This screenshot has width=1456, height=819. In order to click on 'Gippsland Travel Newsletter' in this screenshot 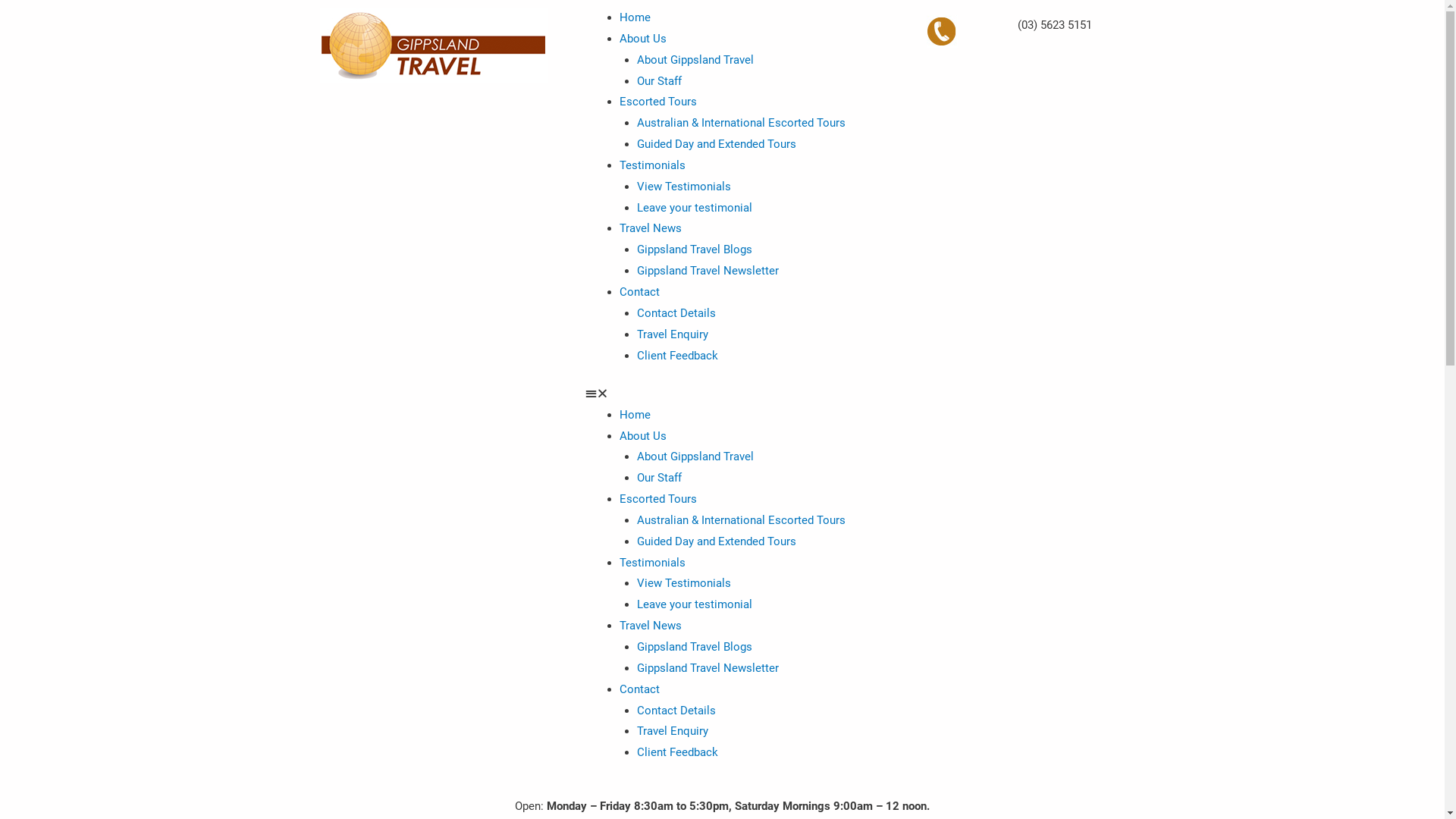, I will do `click(707, 270)`.